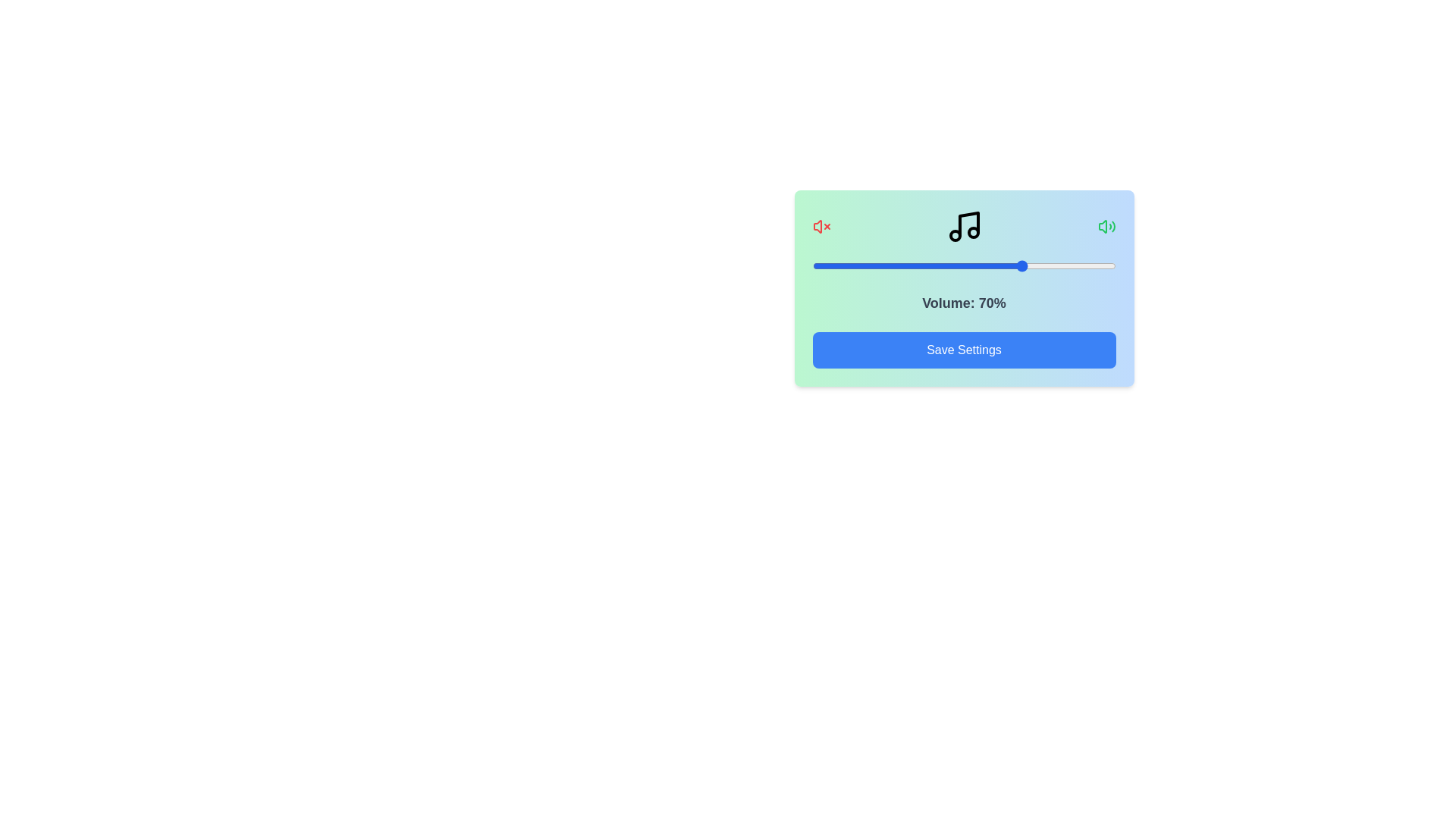 The width and height of the screenshot is (1456, 819). Describe the element at coordinates (1106, 227) in the screenshot. I see `the volume icon to perform its respective action` at that location.